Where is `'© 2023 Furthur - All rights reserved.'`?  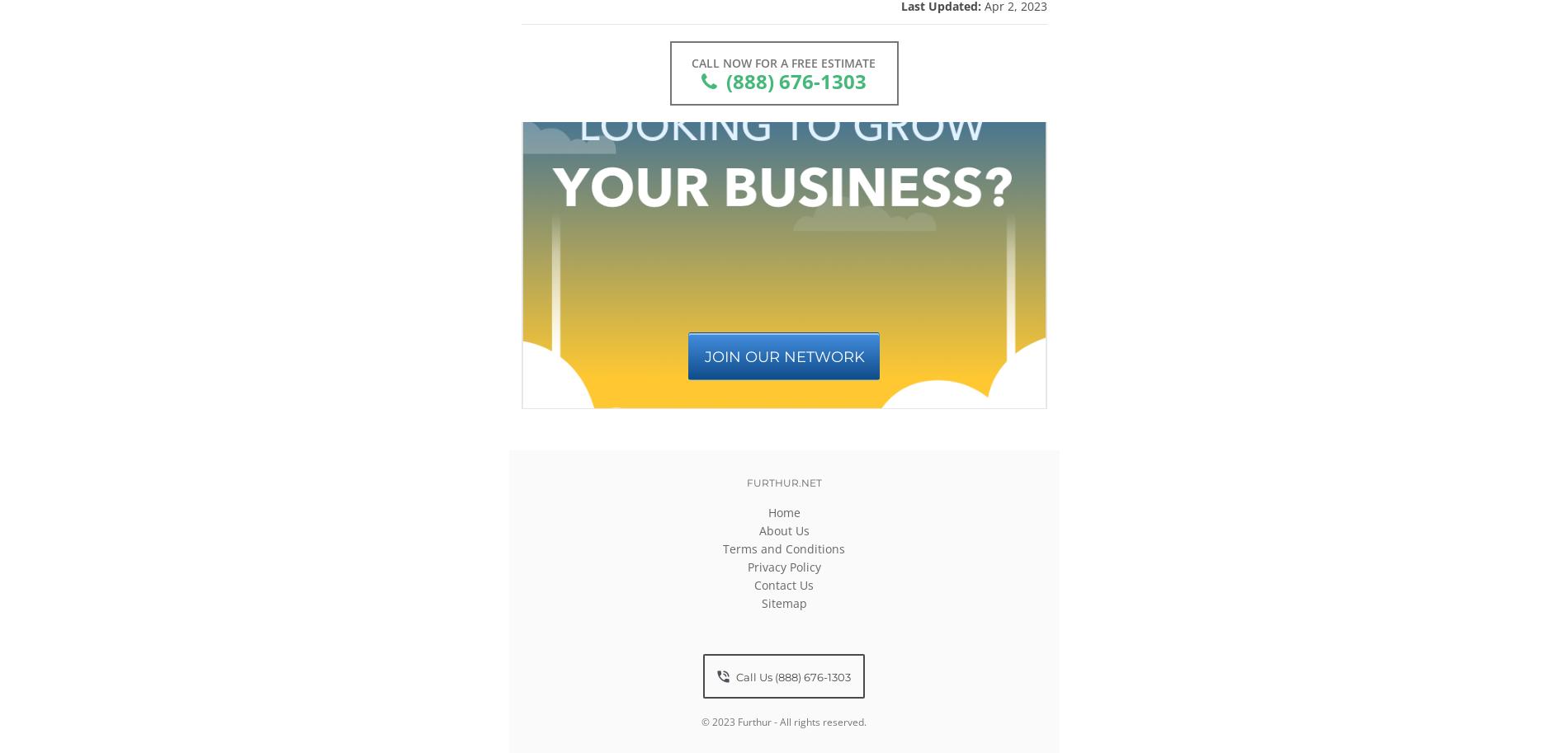
'© 2023 Furthur - All rights reserved.' is located at coordinates (784, 721).